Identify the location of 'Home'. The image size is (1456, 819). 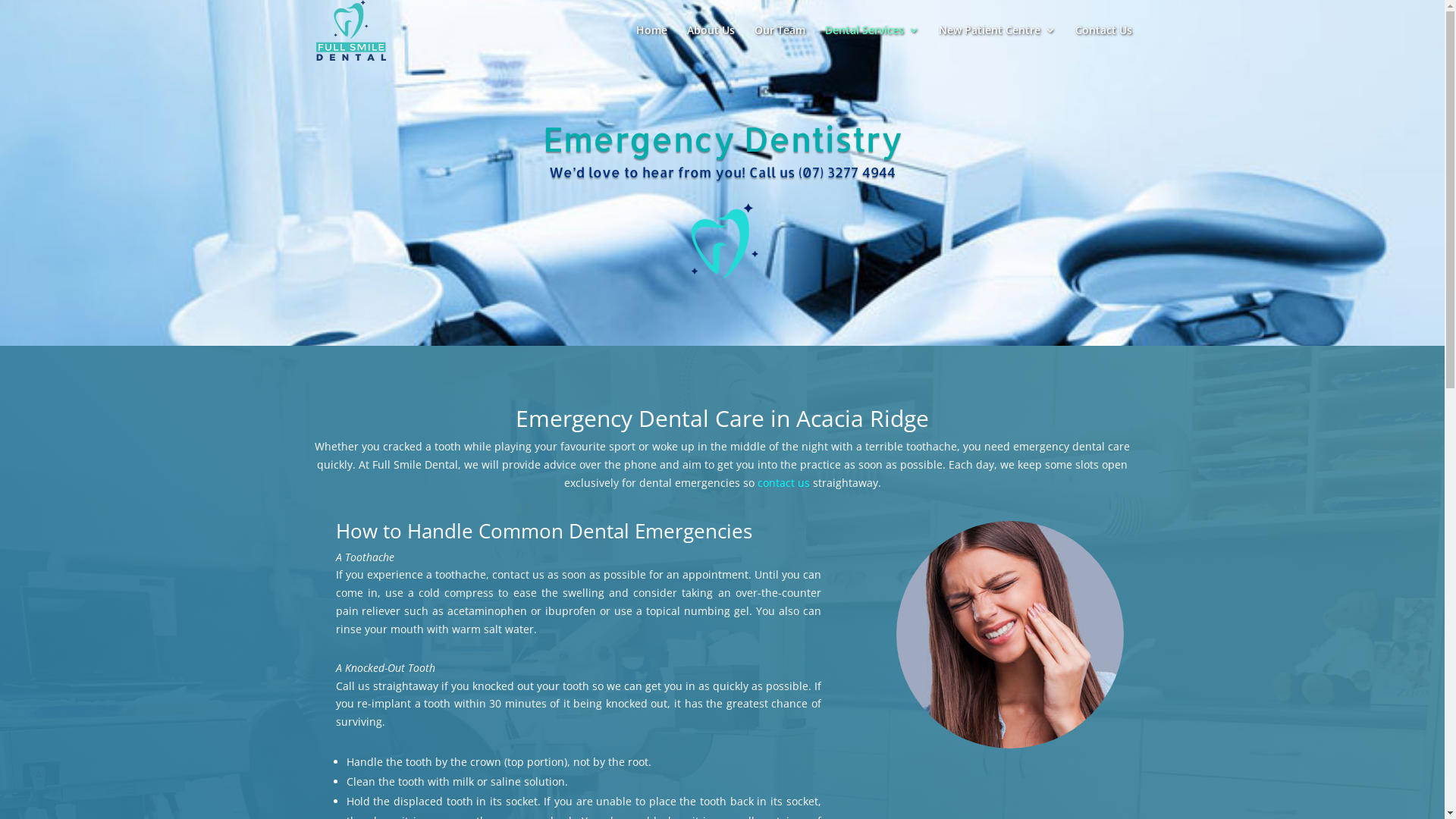
(651, 42).